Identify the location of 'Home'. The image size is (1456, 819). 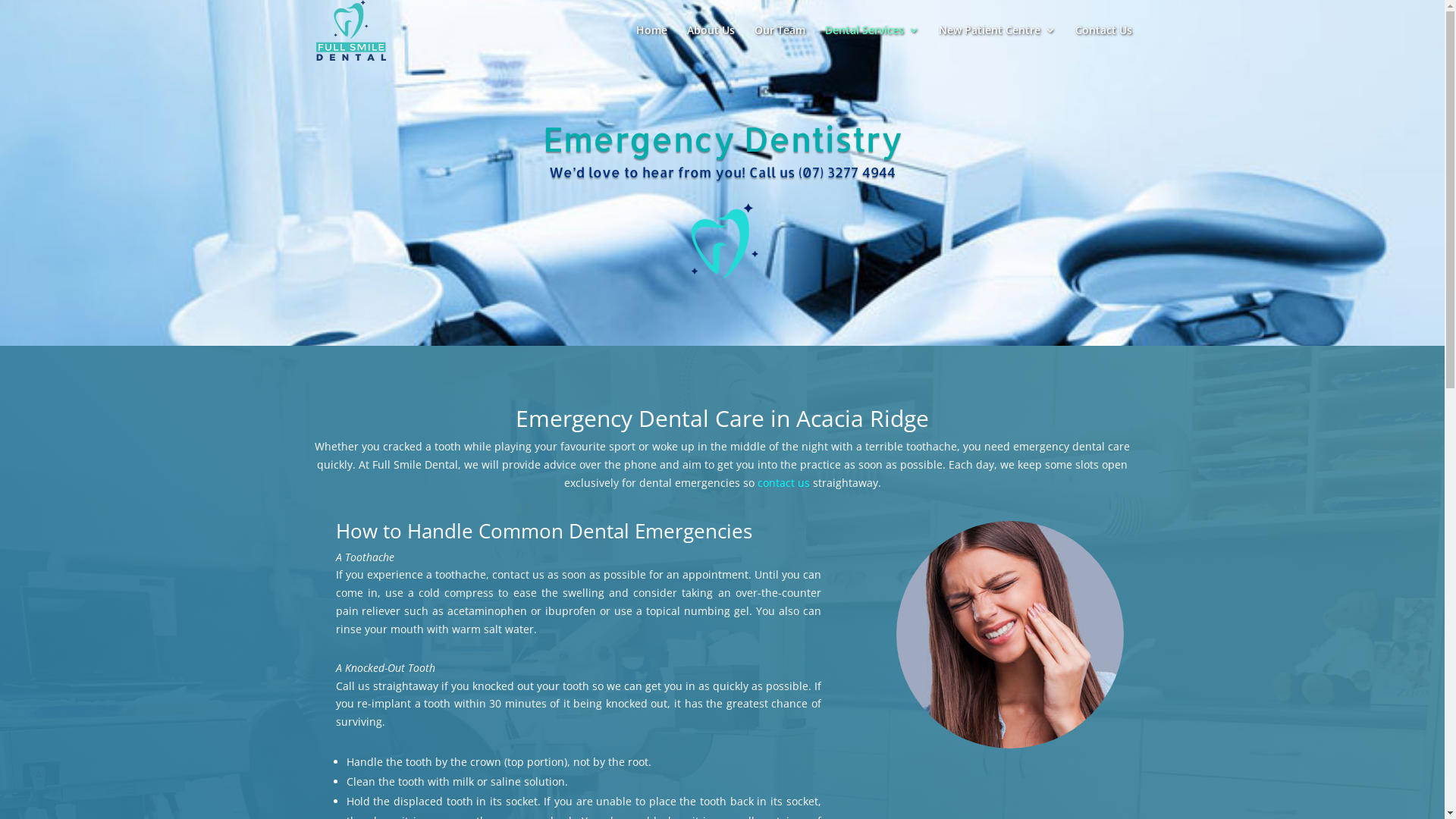
(651, 42).